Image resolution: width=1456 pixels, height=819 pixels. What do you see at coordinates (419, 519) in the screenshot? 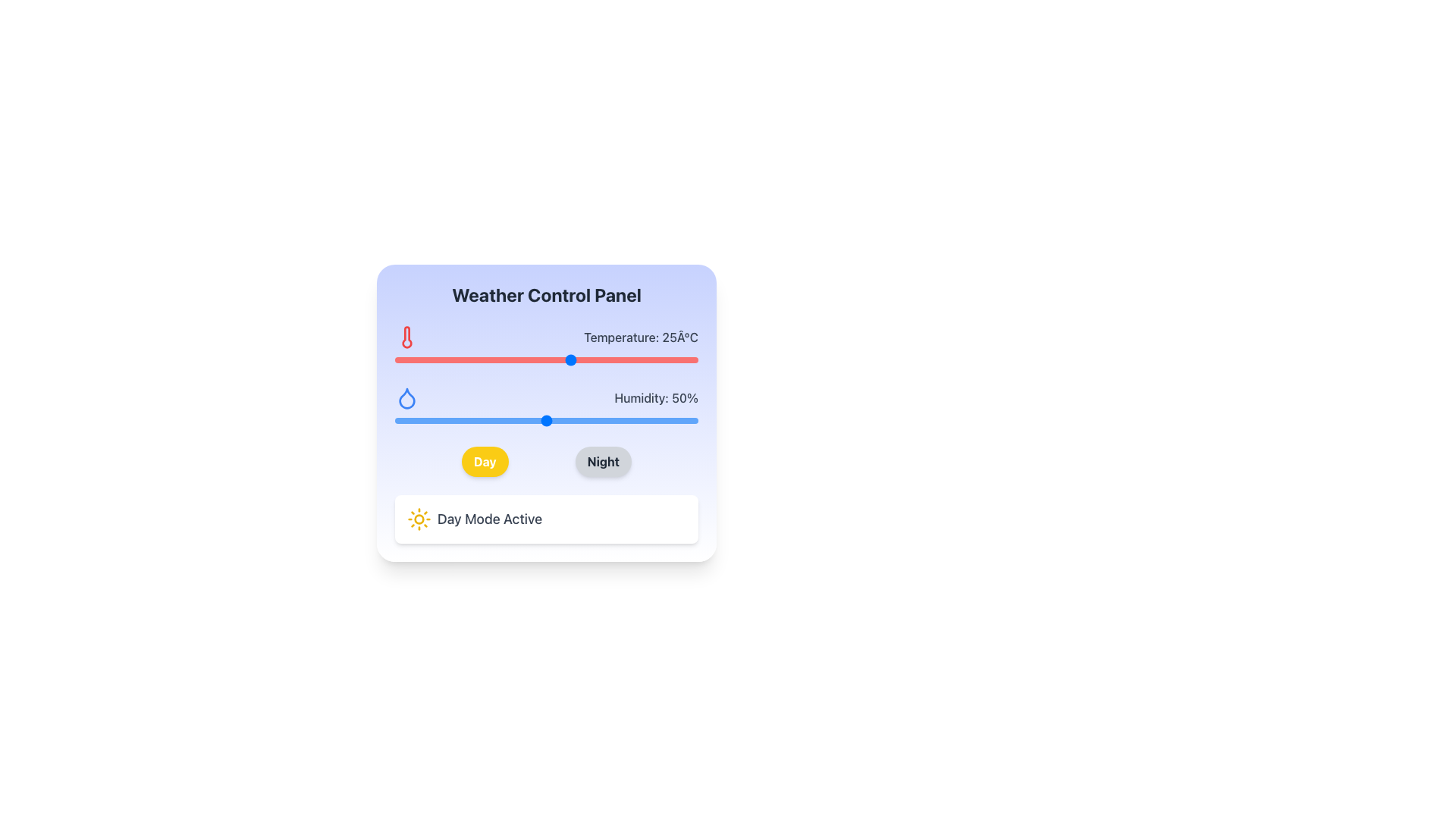
I see `the Circle (SVG component) that represents the core of the sun in the 'Day Mode Active' visualization` at bounding box center [419, 519].